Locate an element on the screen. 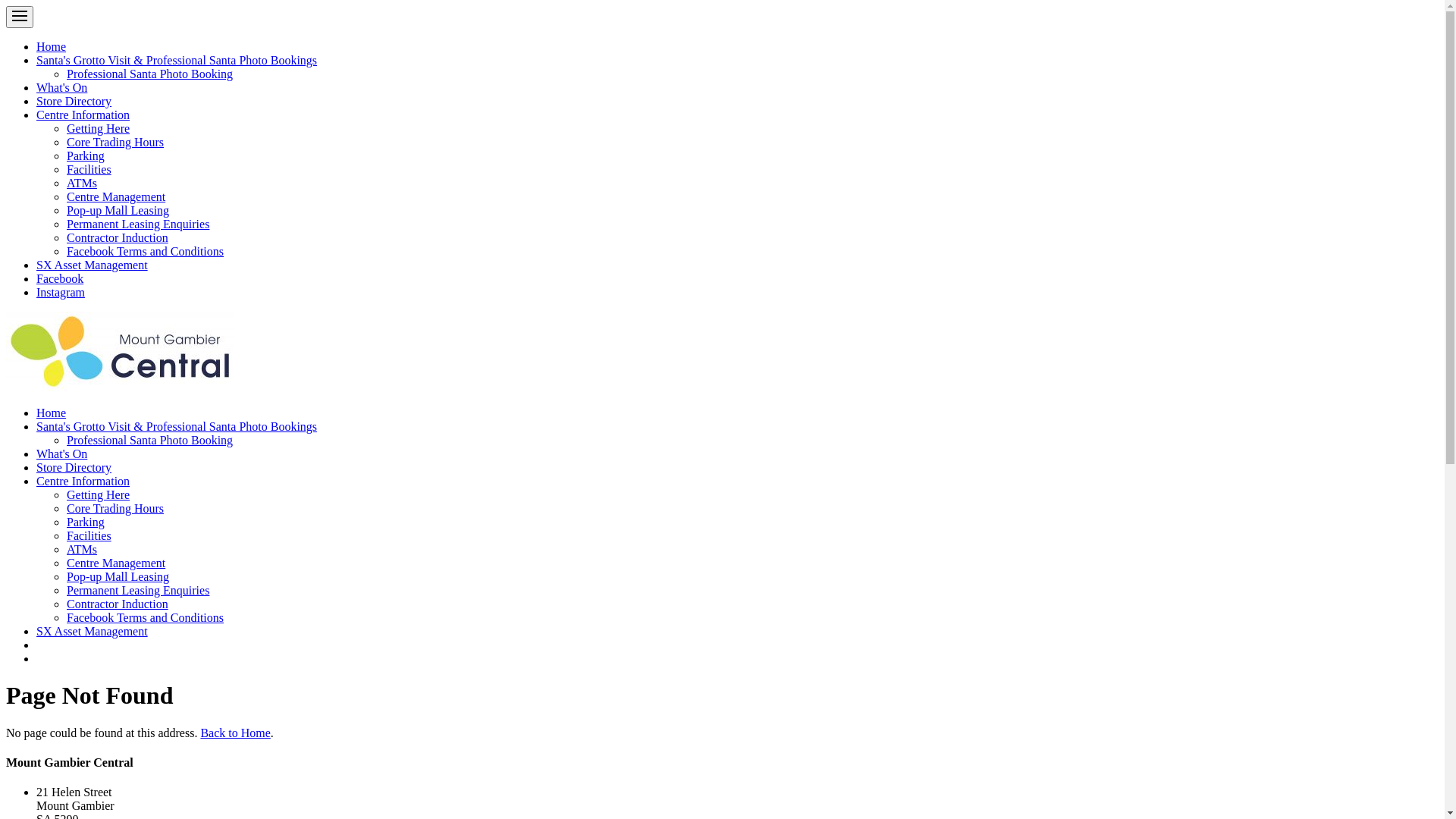 Image resolution: width=1456 pixels, height=819 pixels. 'Contractor Induction' is located at coordinates (116, 603).